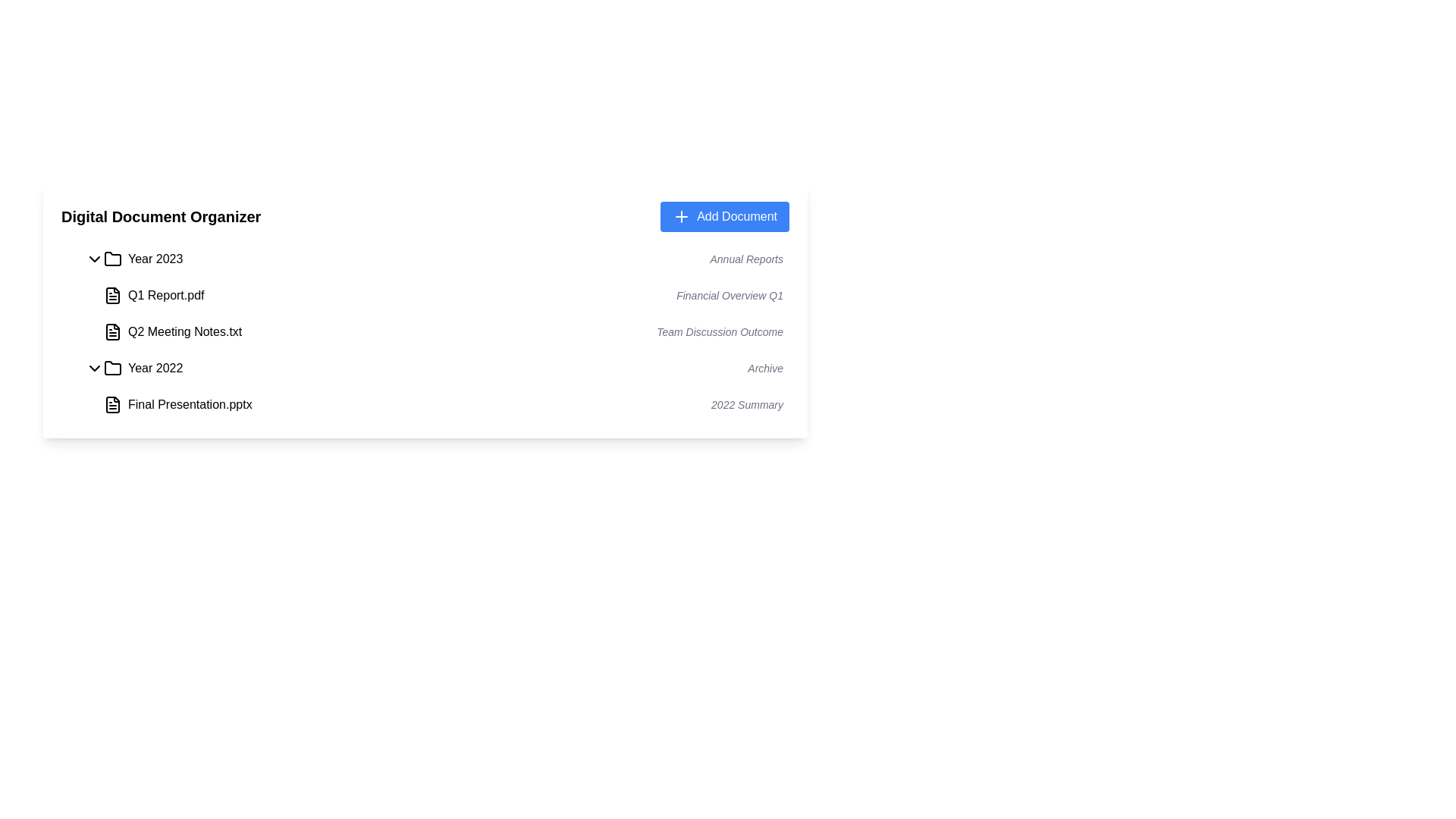  What do you see at coordinates (184, 331) in the screenshot?
I see `the file label text located below 'Q1 Report.pdf' and above 'Team Discussion Outcome' in the expanded section of 'Year 2023' in the document organizer to gain information about its content` at bounding box center [184, 331].